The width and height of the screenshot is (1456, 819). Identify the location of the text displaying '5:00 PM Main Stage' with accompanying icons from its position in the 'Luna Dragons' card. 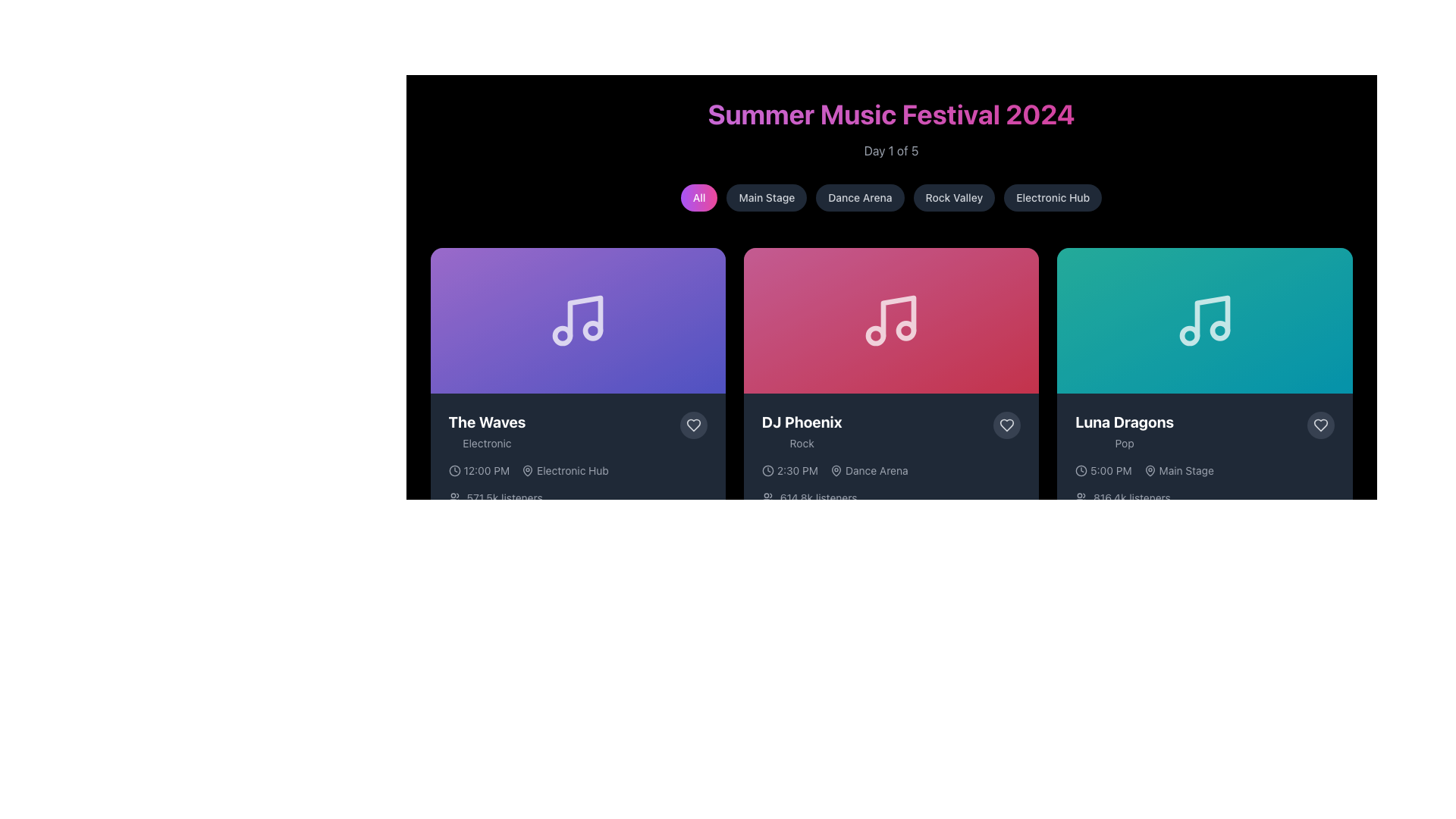
(1203, 470).